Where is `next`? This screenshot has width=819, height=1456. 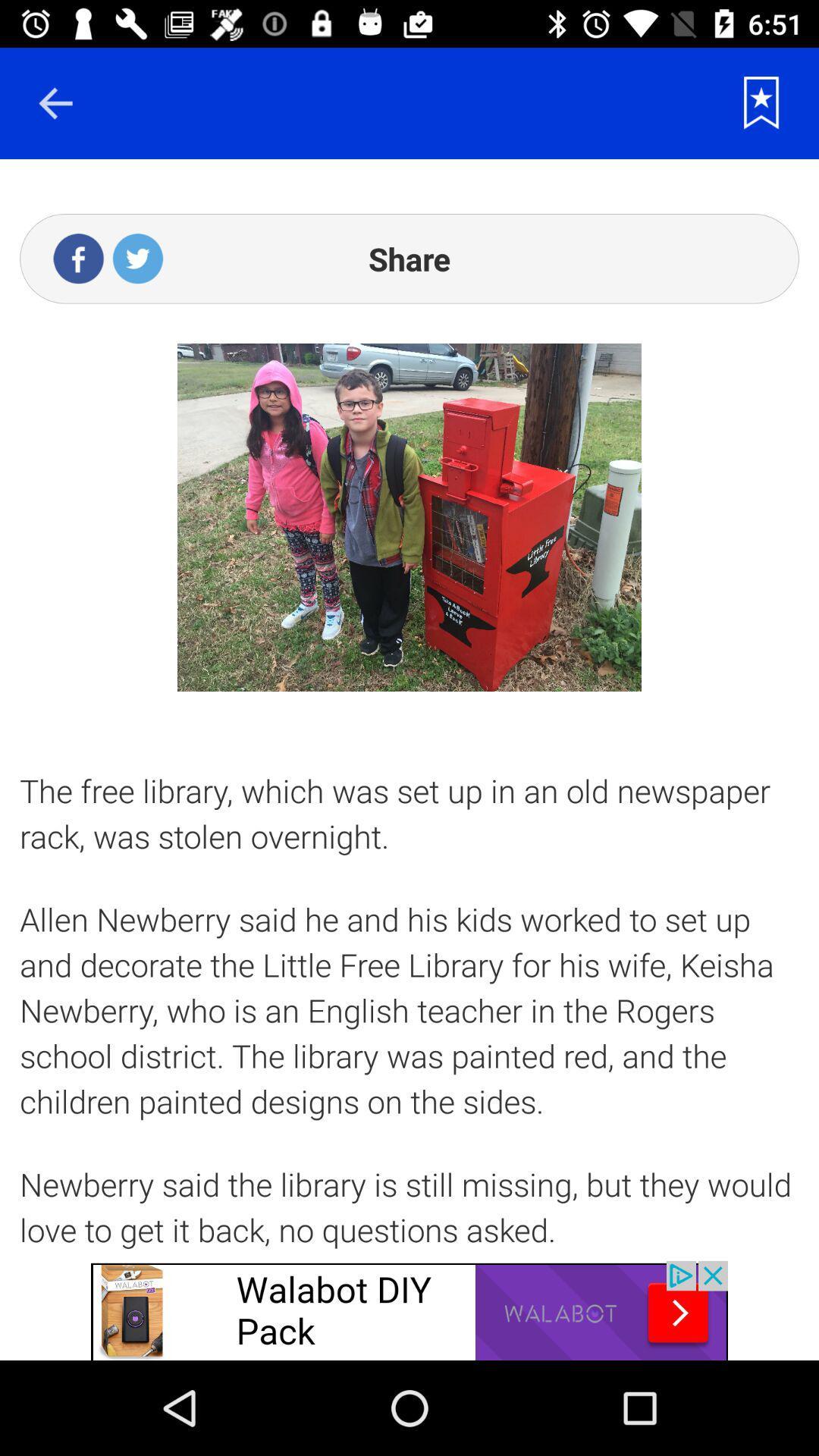 next is located at coordinates (55, 102).